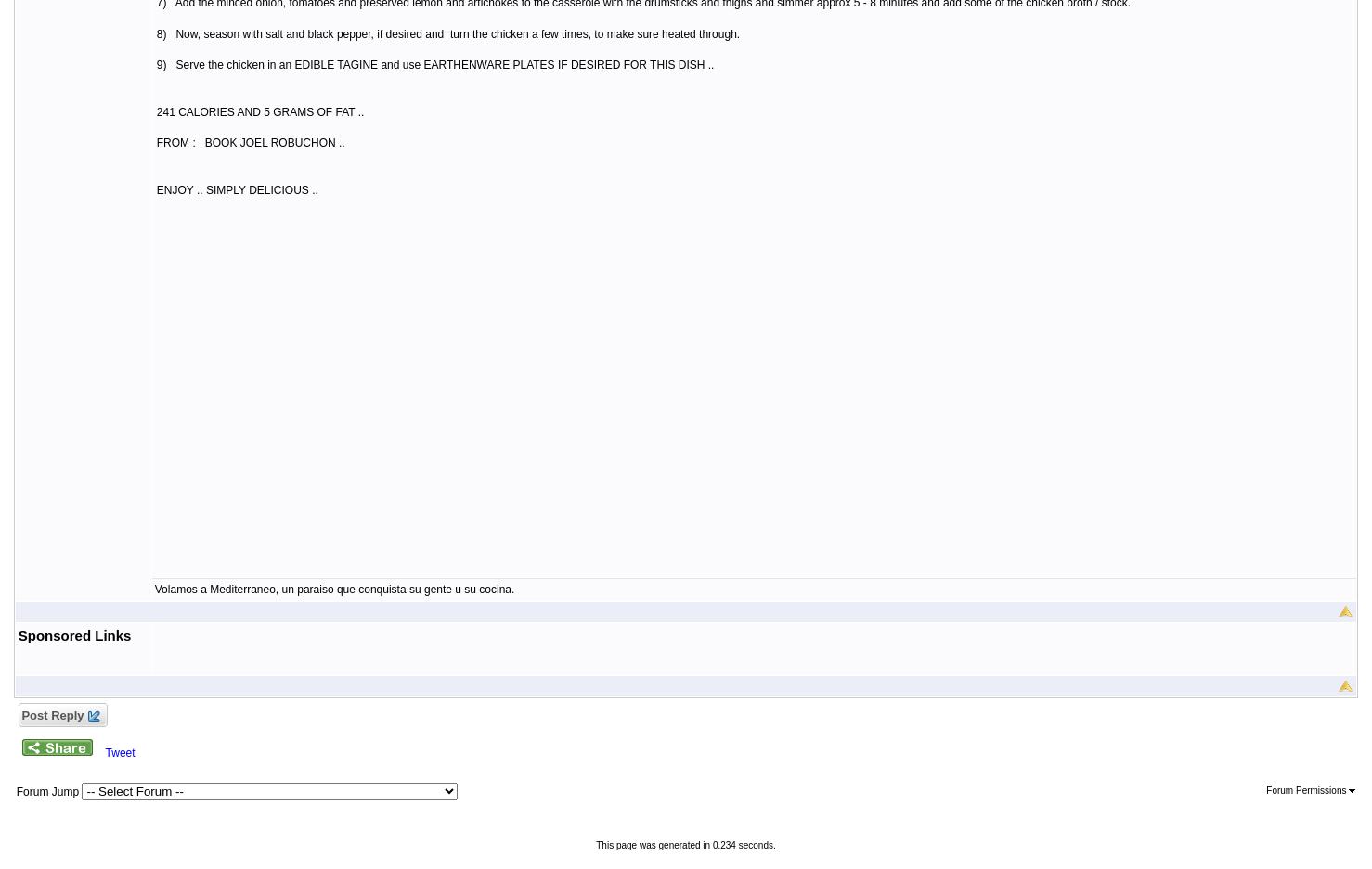 Image resolution: width=1372 pixels, height=869 pixels. What do you see at coordinates (73, 634) in the screenshot?
I see `'Sponsored Links'` at bounding box center [73, 634].